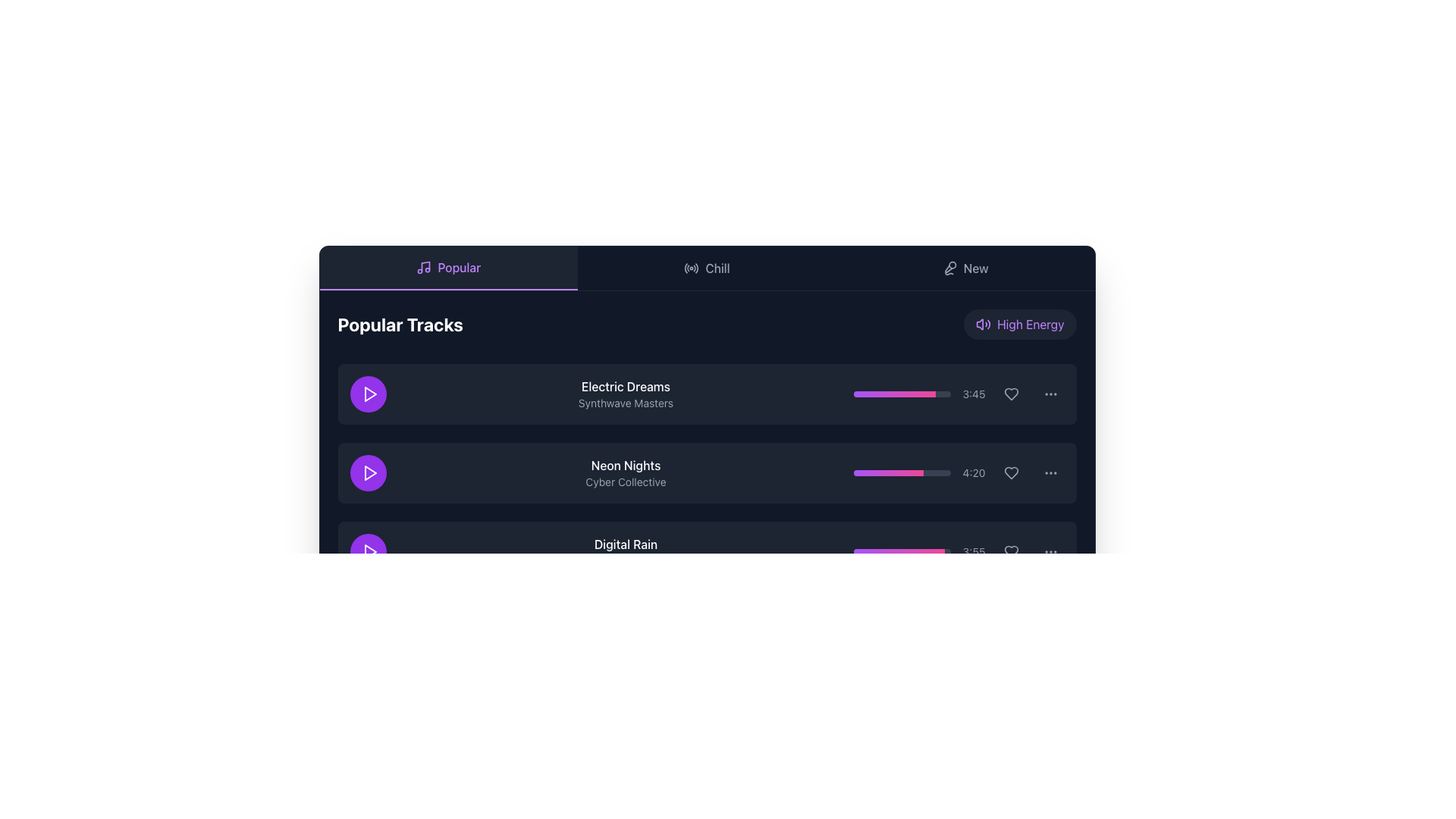 The height and width of the screenshot is (819, 1456). What do you see at coordinates (893, 472) in the screenshot?
I see `progress` at bounding box center [893, 472].